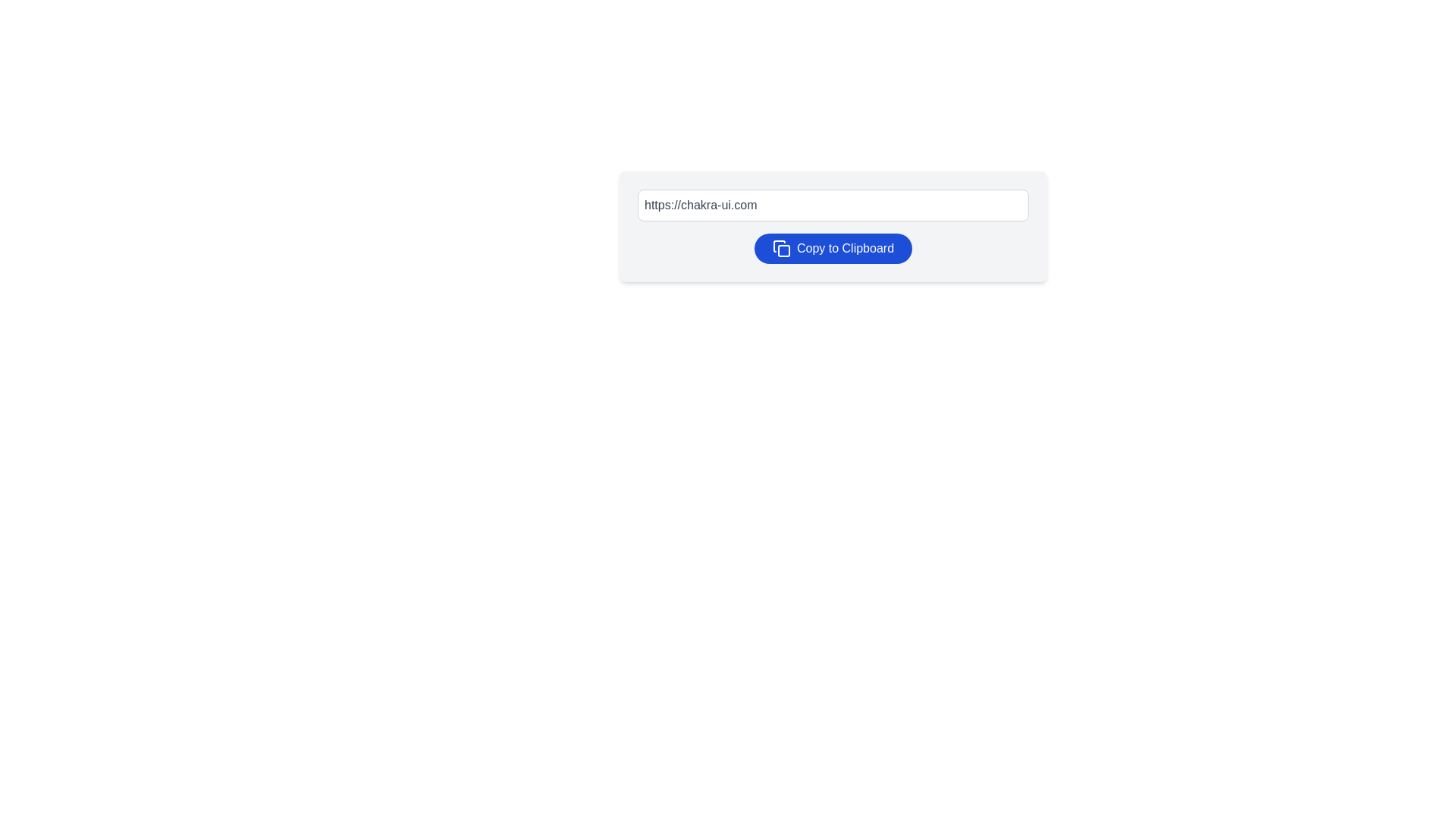  What do you see at coordinates (783, 250) in the screenshot?
I see `the clipboard icon, which represents the functionality of copying data to the clipboard, located to the left of the 'Copy to Clipboard' button in the toolbar at the bottom of the URL input field` at bounding box center [783, 250].